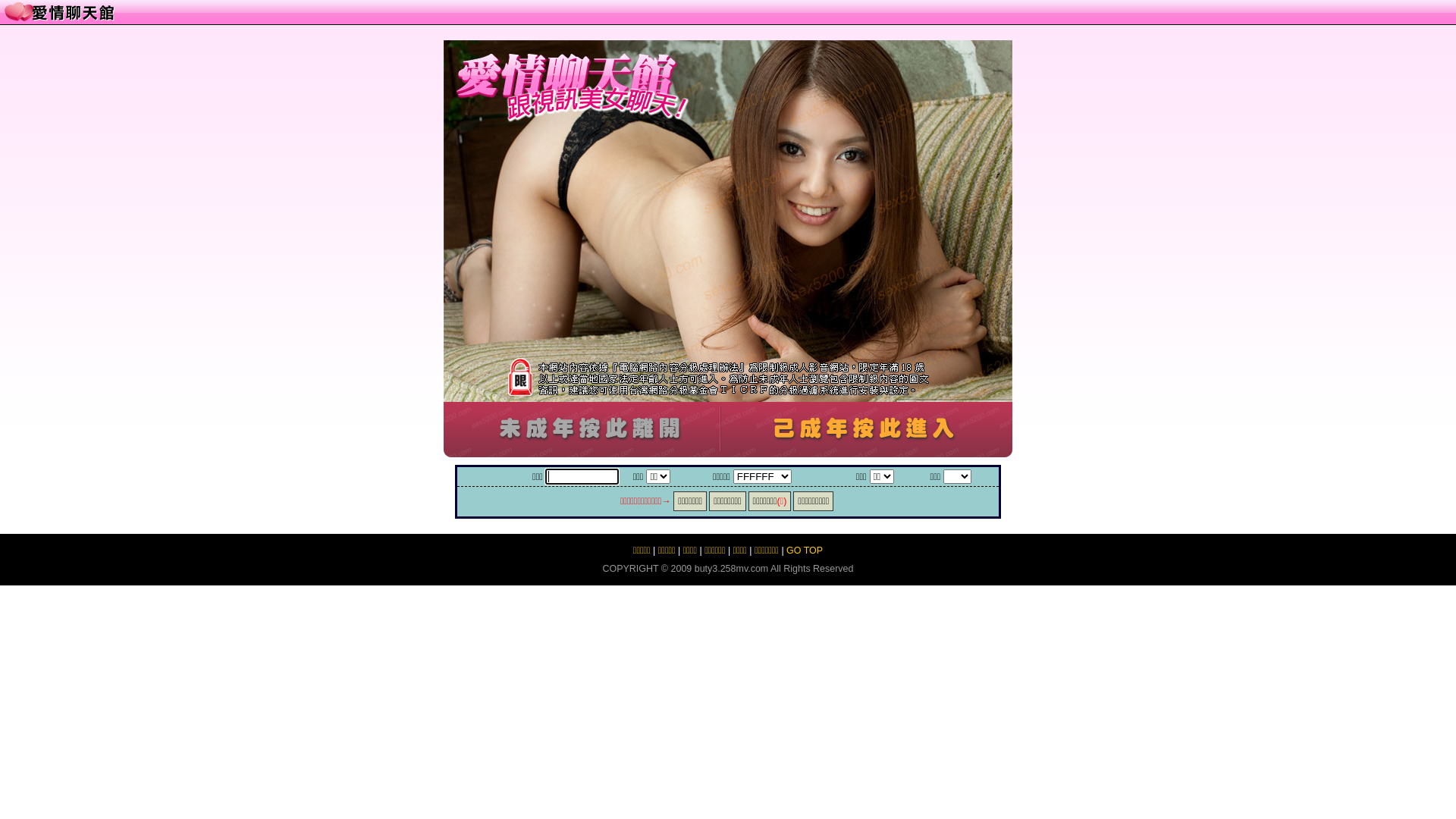 Image resolution: width=1456 pixels, height=819 pixels. What do you see at coordinates (731, 568) in the screenshot?
I see `'buty3.258mv.com'` at bounding box center [731, 568].